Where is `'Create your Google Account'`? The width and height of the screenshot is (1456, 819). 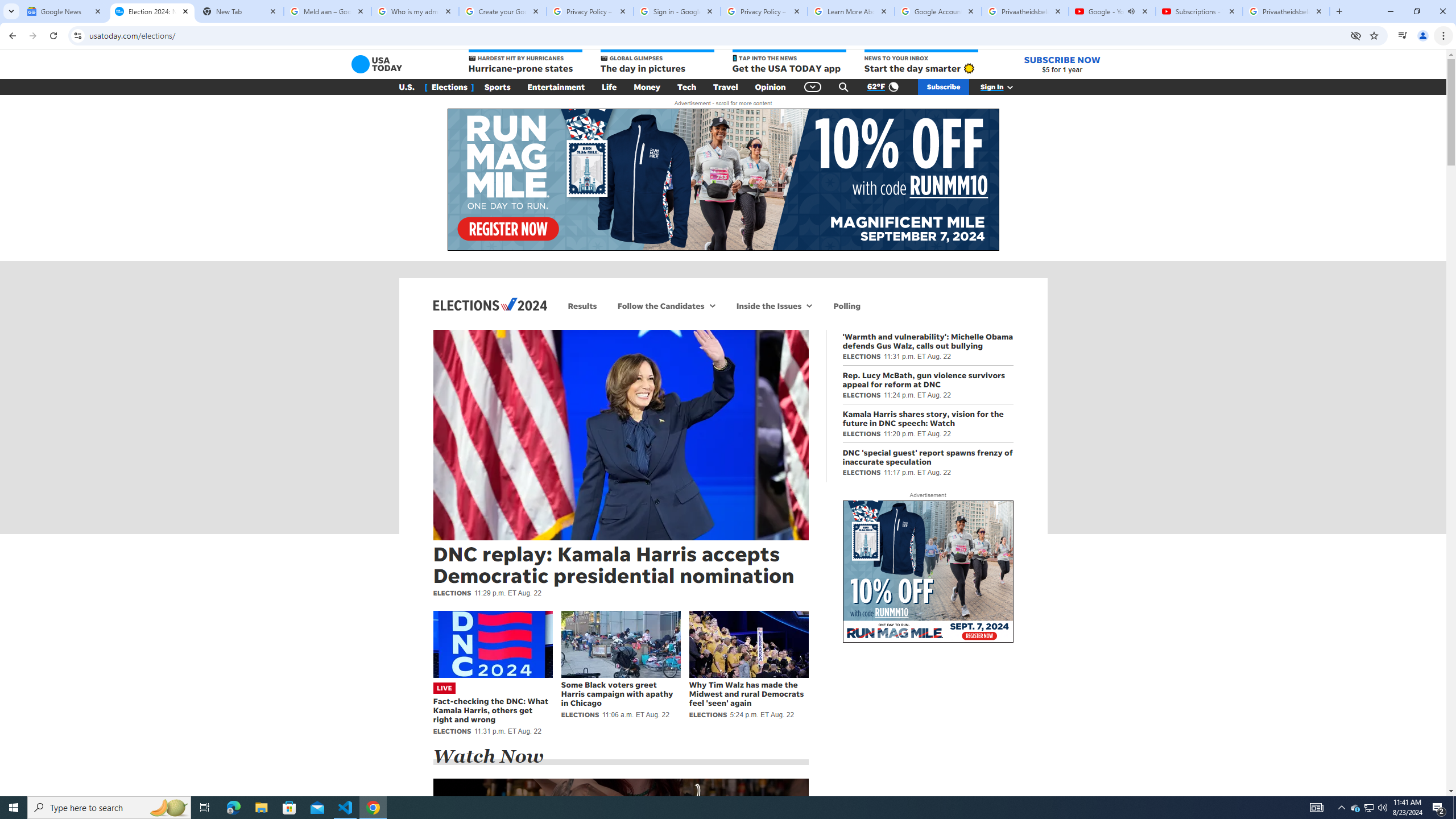
'Create your Google Account' is located at coordinates (503, 11).